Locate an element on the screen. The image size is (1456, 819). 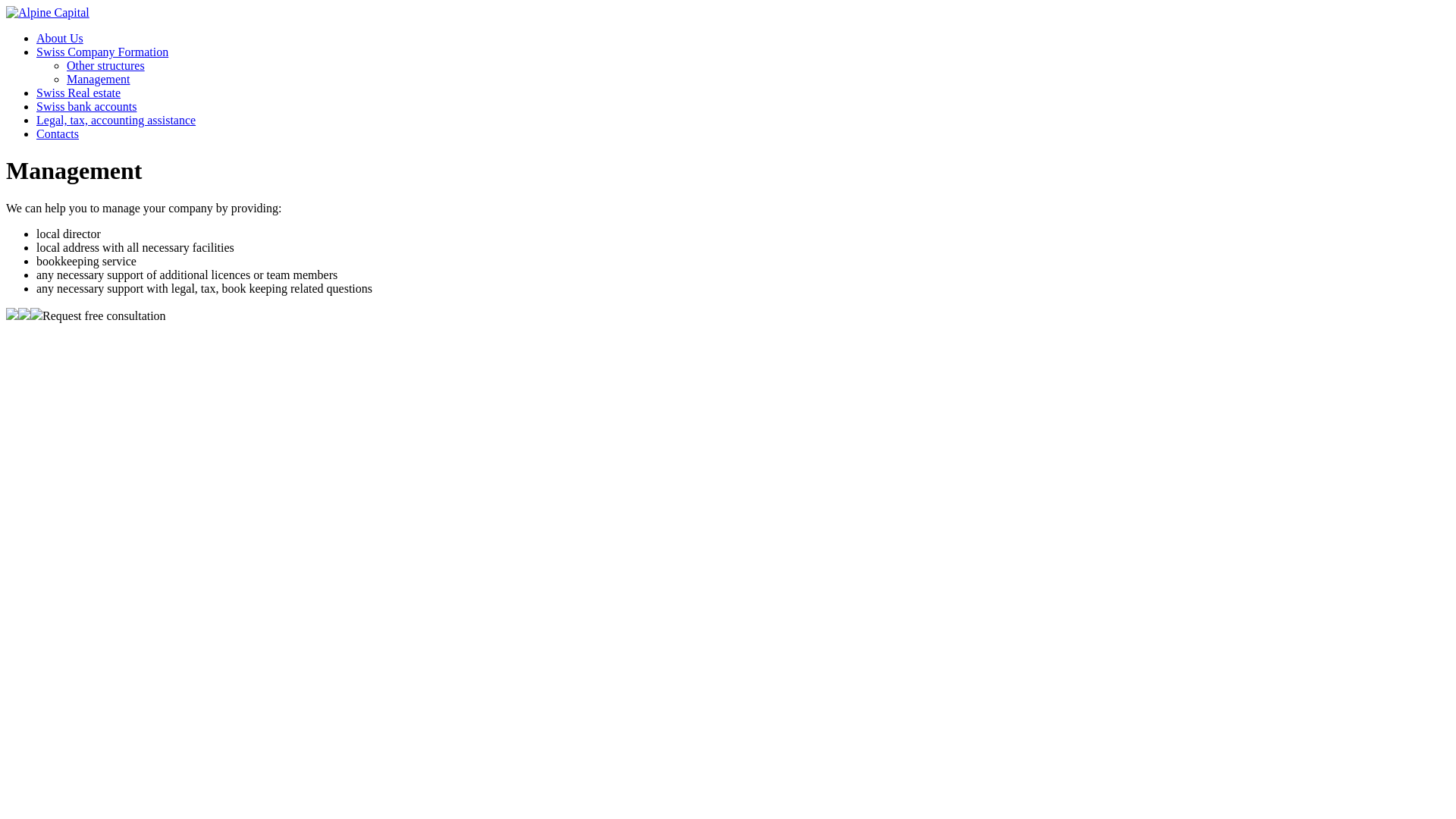
'Legal, tax, accounting assistance' is located at coordinates (115, 119).